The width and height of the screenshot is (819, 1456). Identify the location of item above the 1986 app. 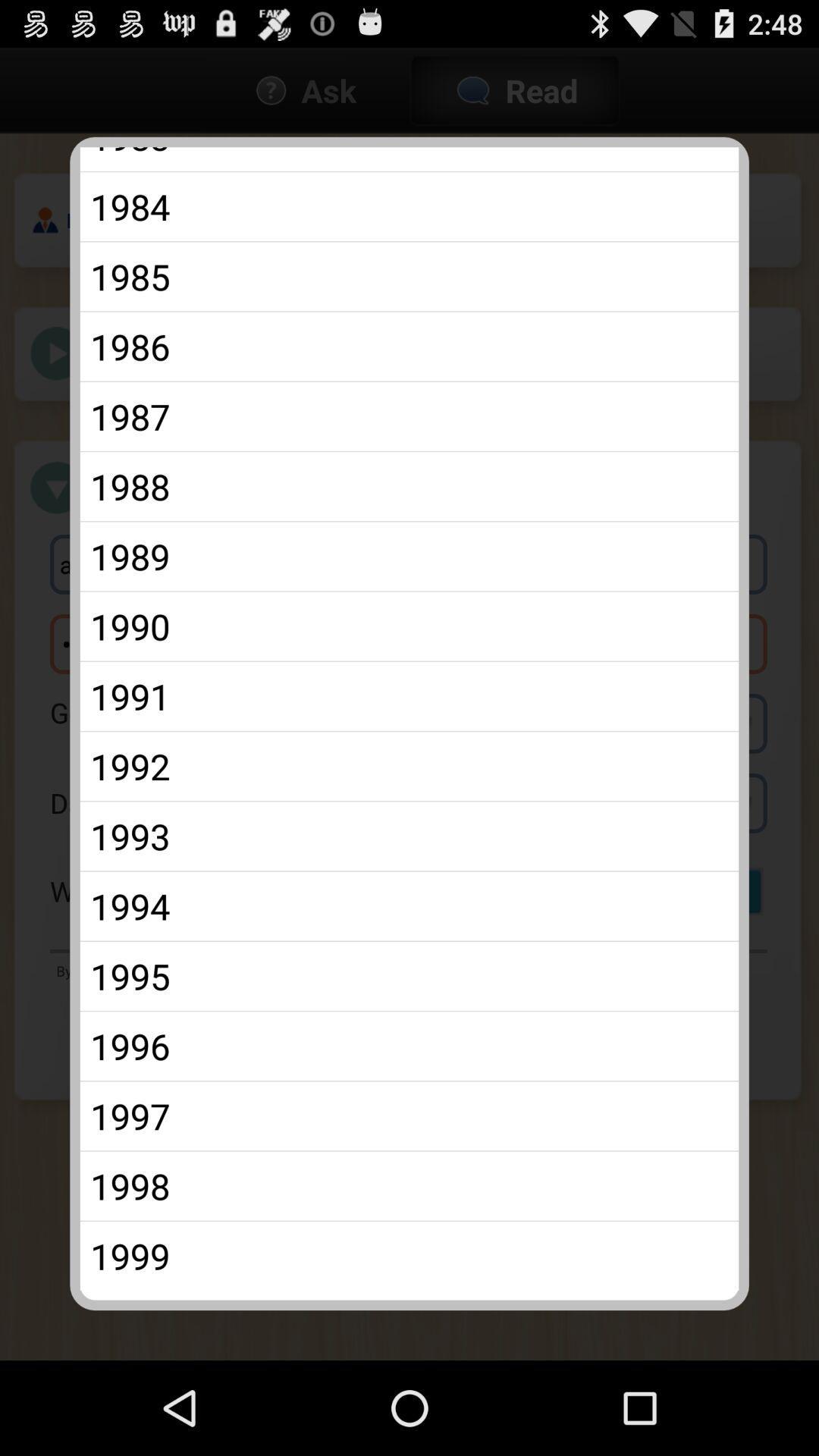
(409, 276).